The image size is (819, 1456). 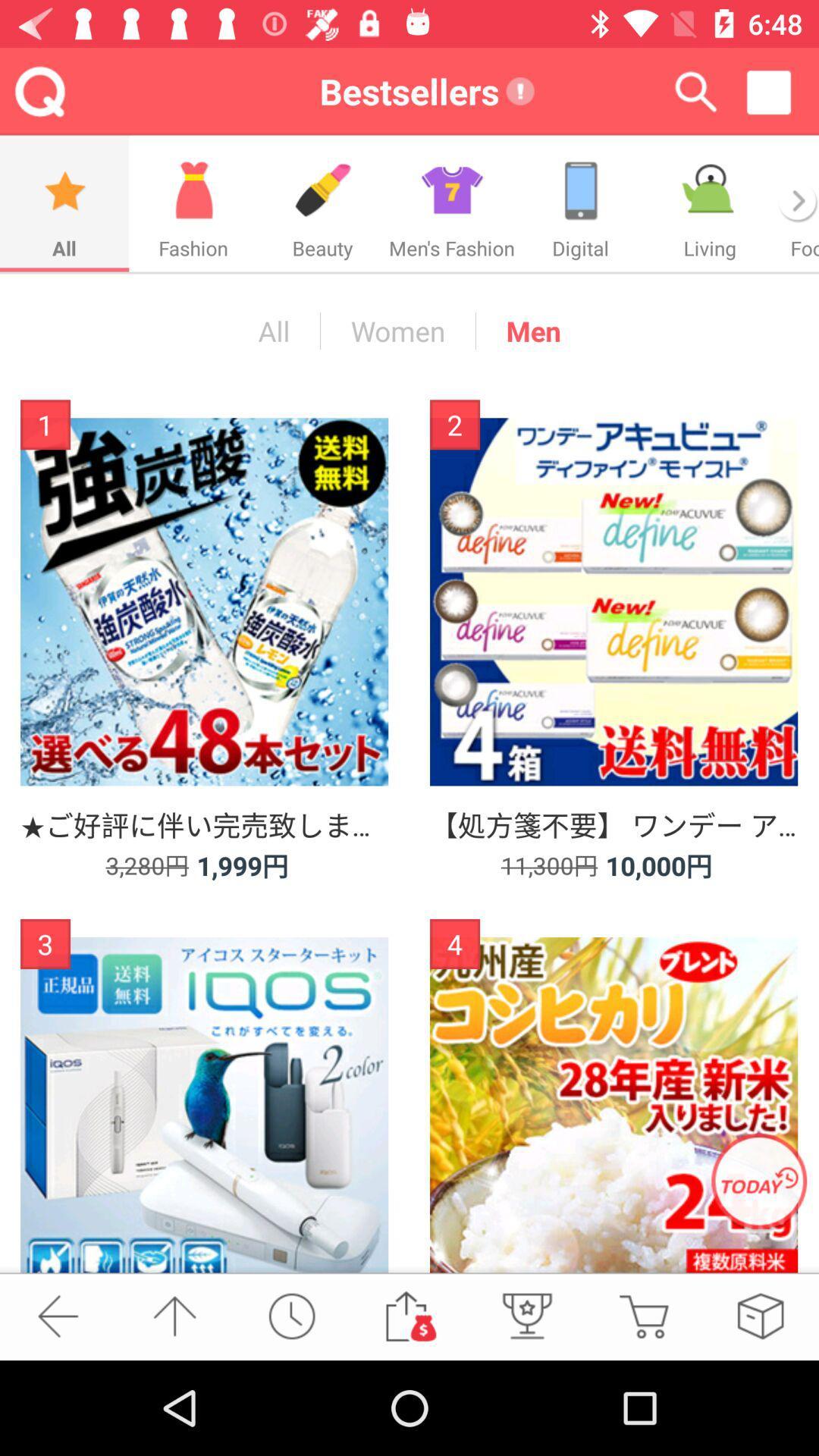 I want to click on the time icon, so click(x=291, y=1315).